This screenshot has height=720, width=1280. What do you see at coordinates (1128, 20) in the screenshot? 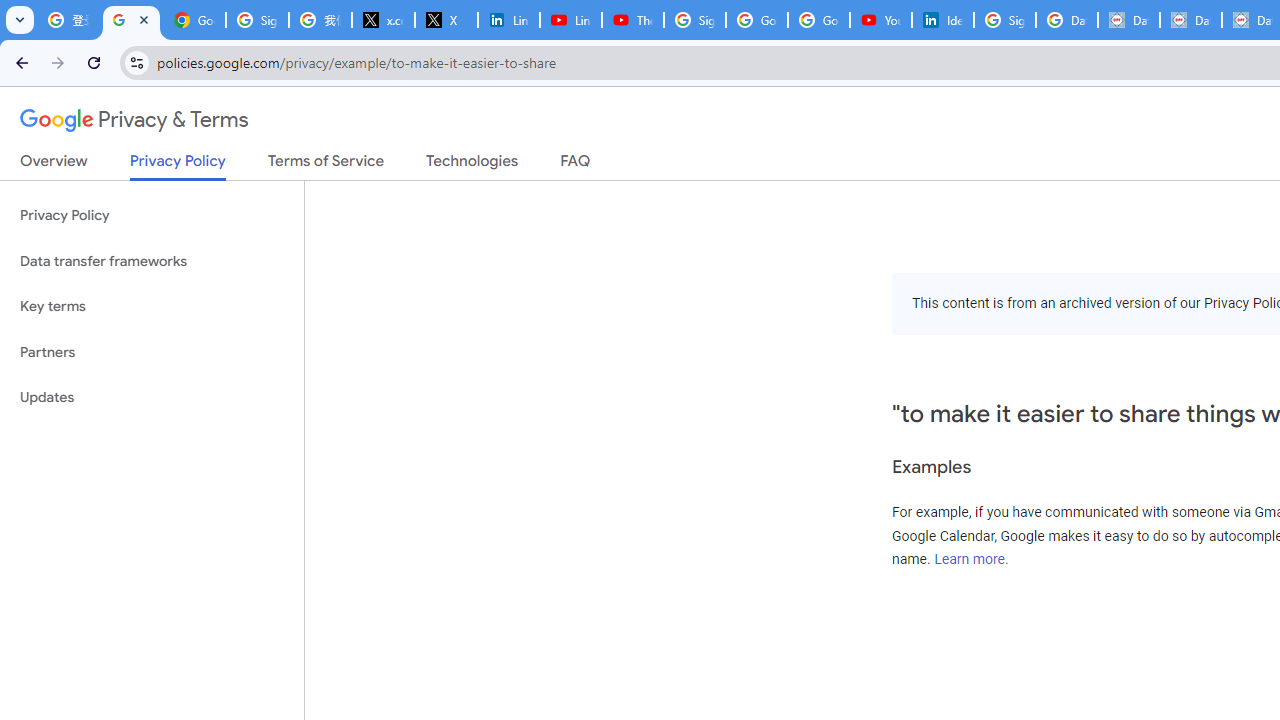
I see `'Data Privacy Framework'` at bounding box center [1128, 20].